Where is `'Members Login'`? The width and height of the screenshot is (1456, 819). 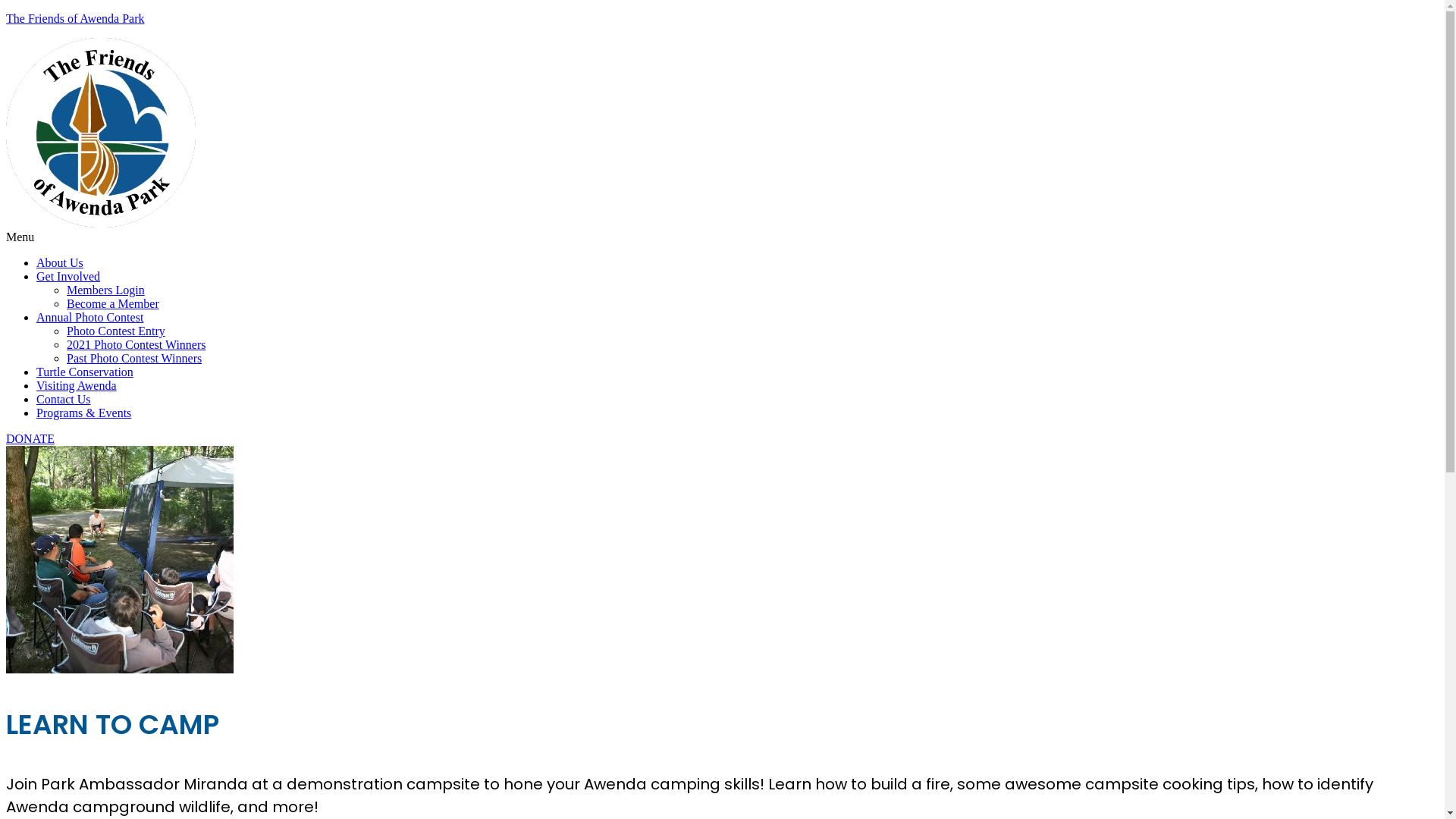 'Members Login' is located at coordinates (105, 290).